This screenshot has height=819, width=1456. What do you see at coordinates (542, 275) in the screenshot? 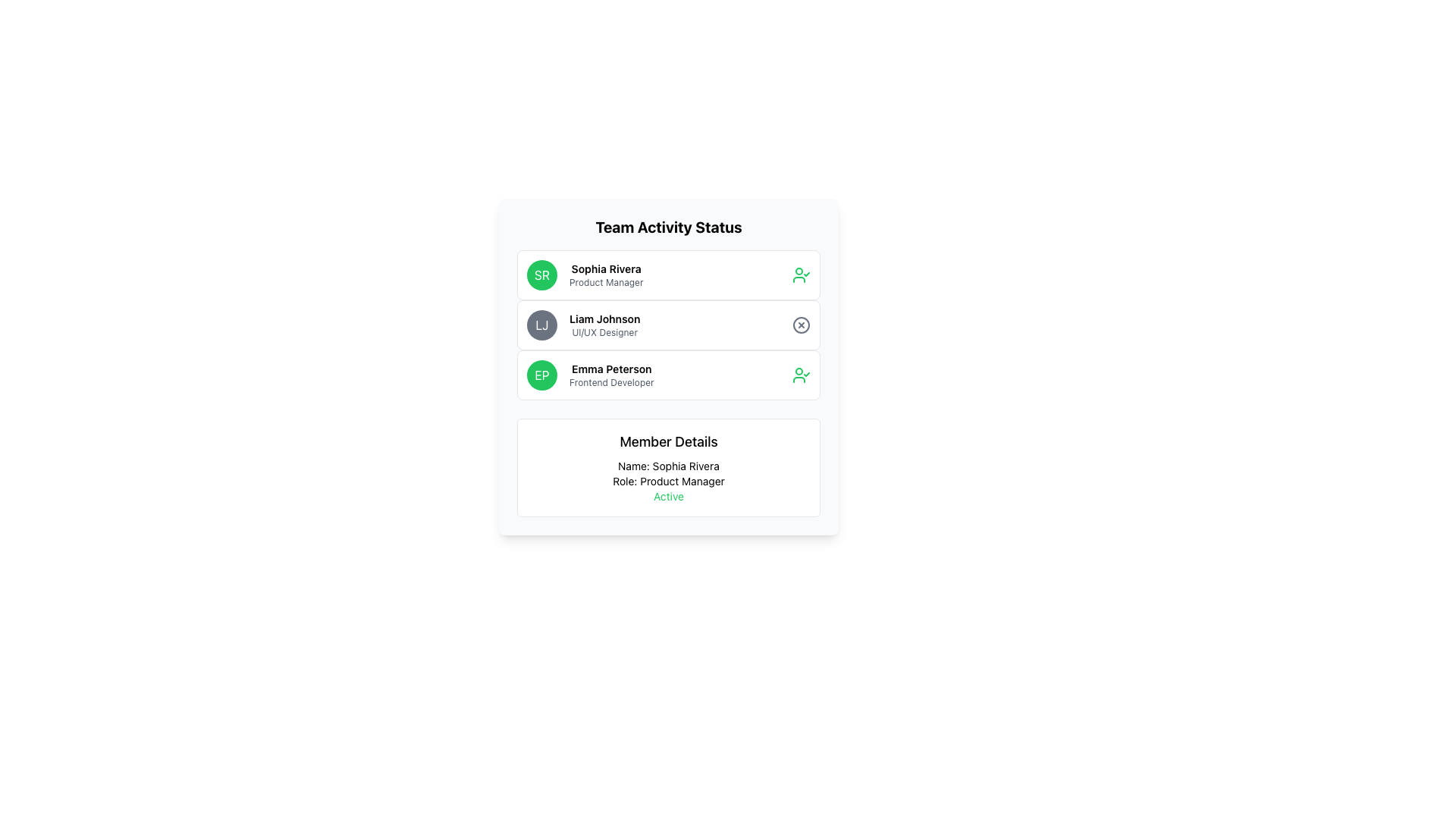
I see `the circular green button with white text 'SR' representing the Avatar of Sophia Rivera, located on the leftmost side of the first row in a vertically stacked list` at bounding box center [542, 275].